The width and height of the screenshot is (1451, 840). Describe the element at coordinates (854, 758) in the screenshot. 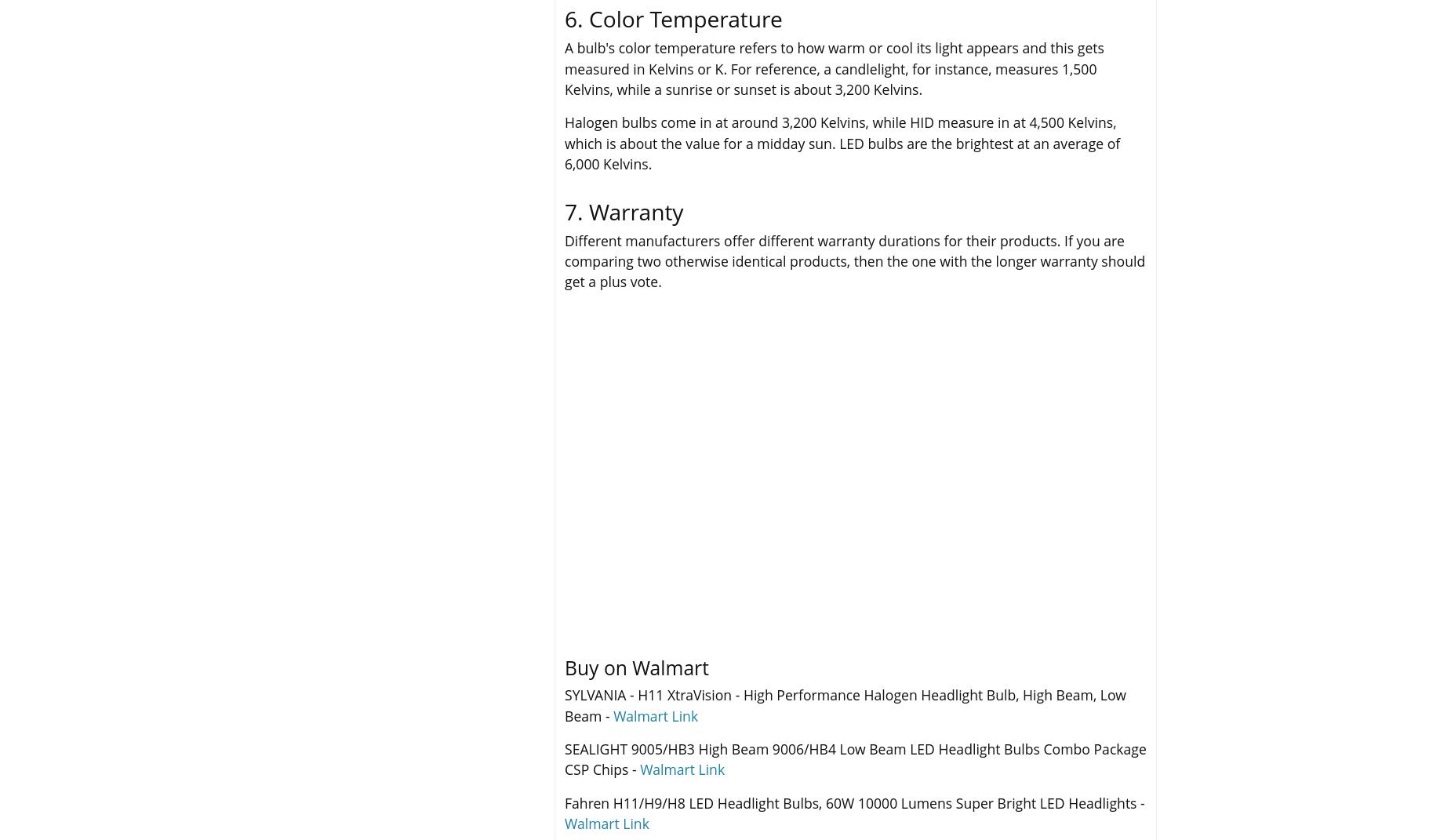

I see `'SEALIGHT 9005/HB3 High Beam 9006/HB4 Low Beam LED Headlight Bulbs Combo Package CSP Chips -'` at that location.